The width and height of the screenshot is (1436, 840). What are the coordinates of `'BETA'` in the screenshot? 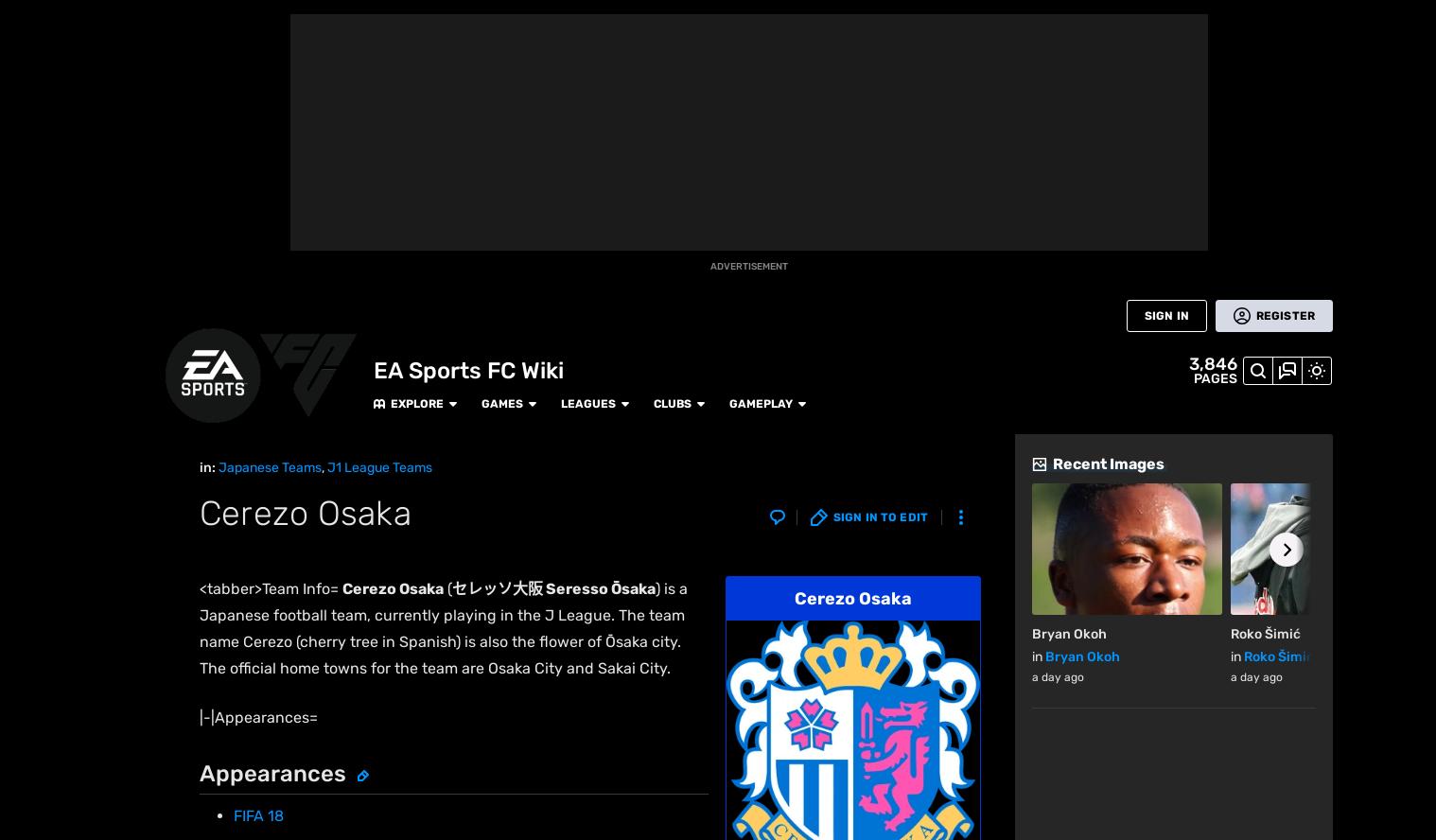 It's located at (29, 201).